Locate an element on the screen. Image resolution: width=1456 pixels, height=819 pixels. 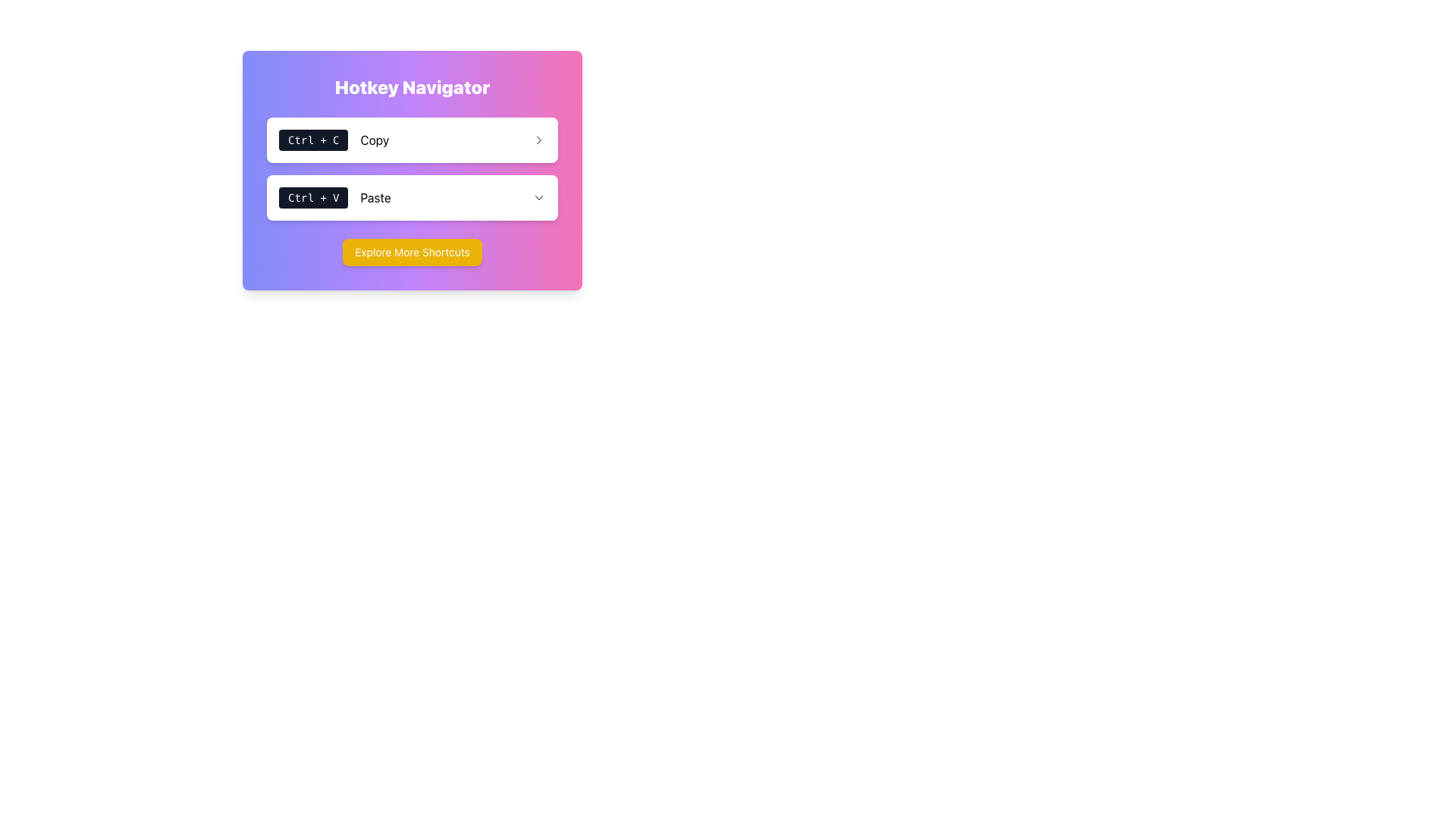
the dropdown indicator chevron located at the far right of the 'Hotkey Navigator' card is located at coordinates (538, 197).